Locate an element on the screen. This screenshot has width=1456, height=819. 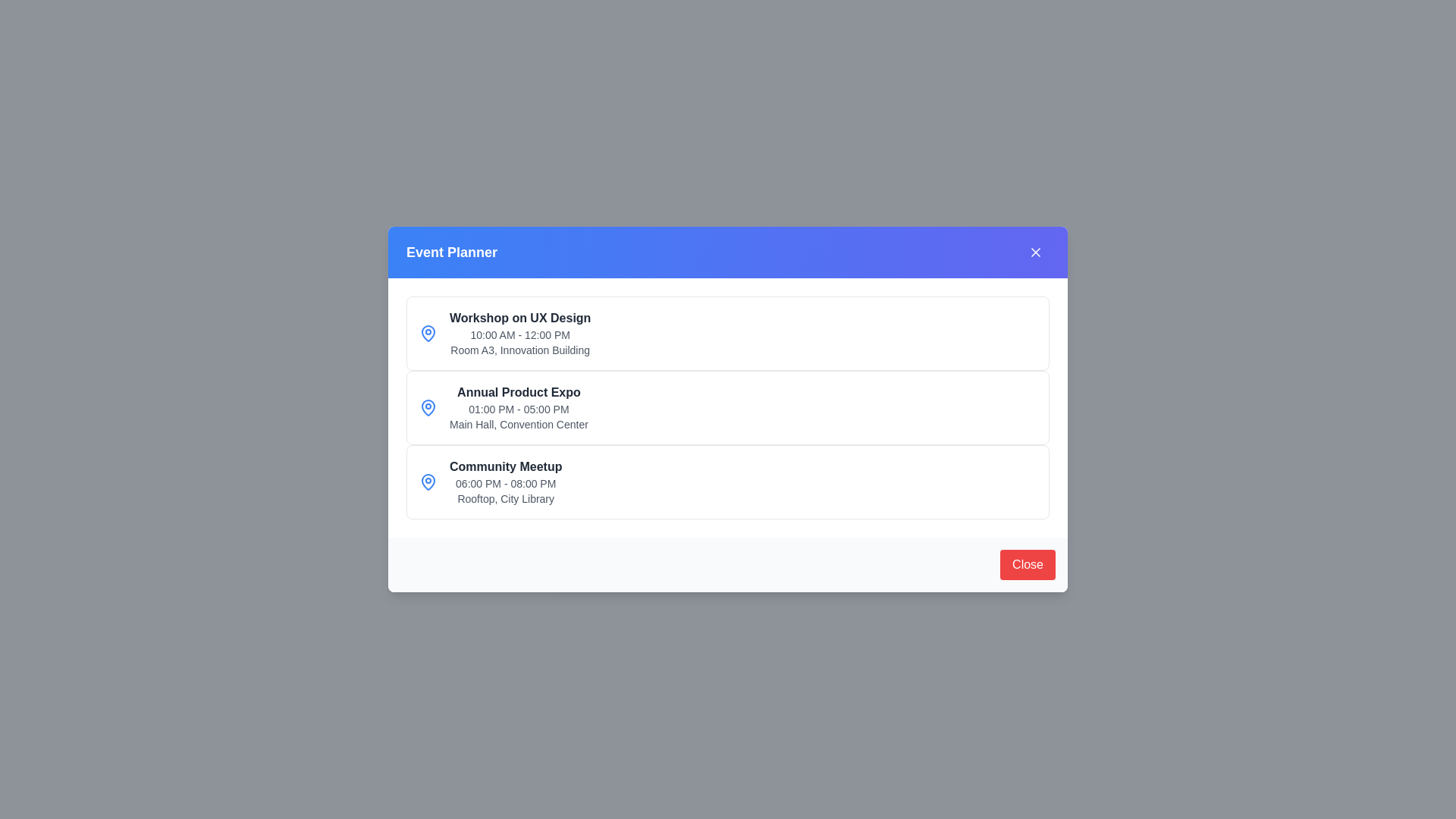
the section corresponding to Community Meetup is located at coordinates (728, 482).